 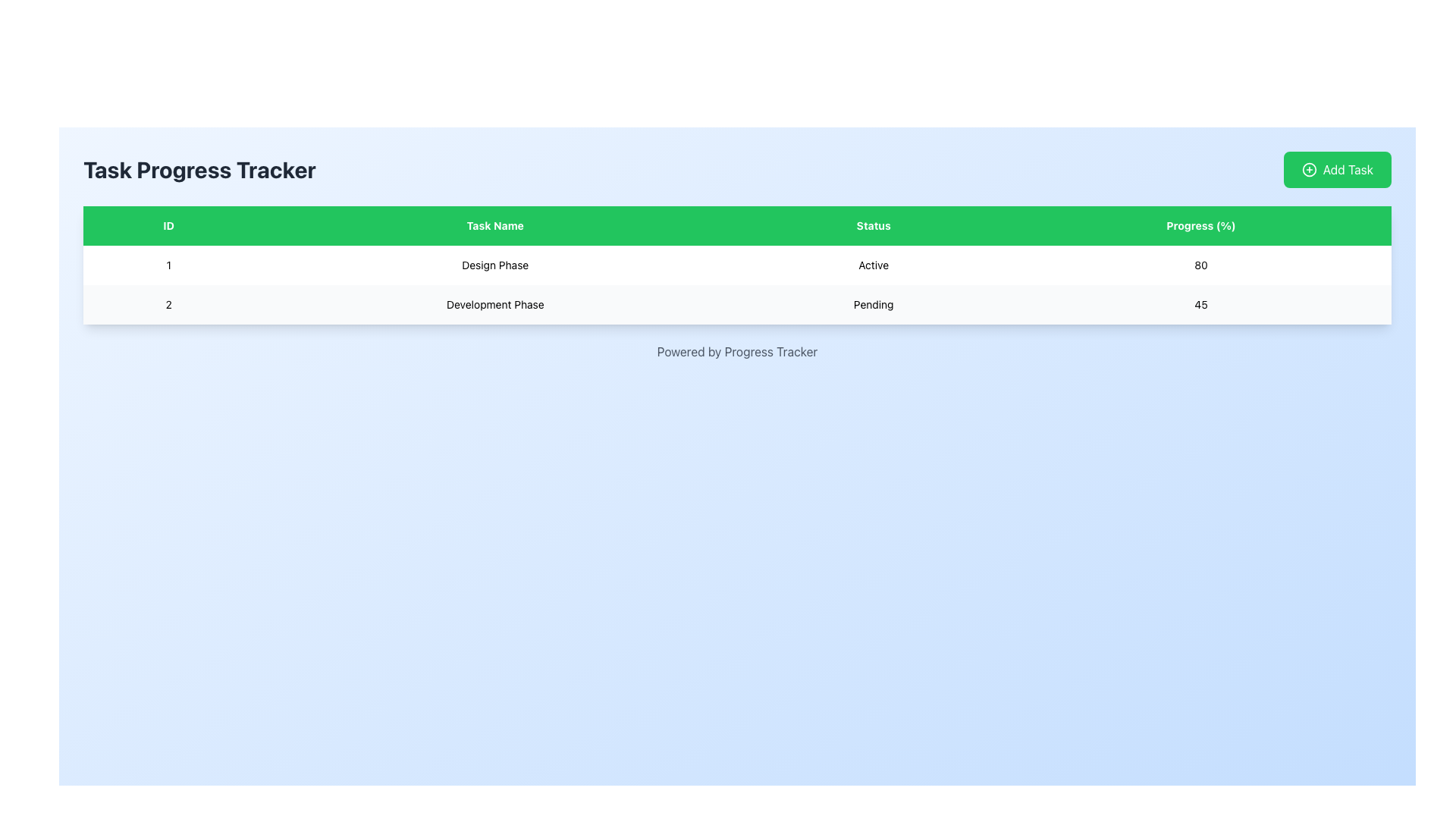 I want to click on the static text element displaying 'Pending' located in the second row under the 'Status' header of the table, so click(x=874, y=304).